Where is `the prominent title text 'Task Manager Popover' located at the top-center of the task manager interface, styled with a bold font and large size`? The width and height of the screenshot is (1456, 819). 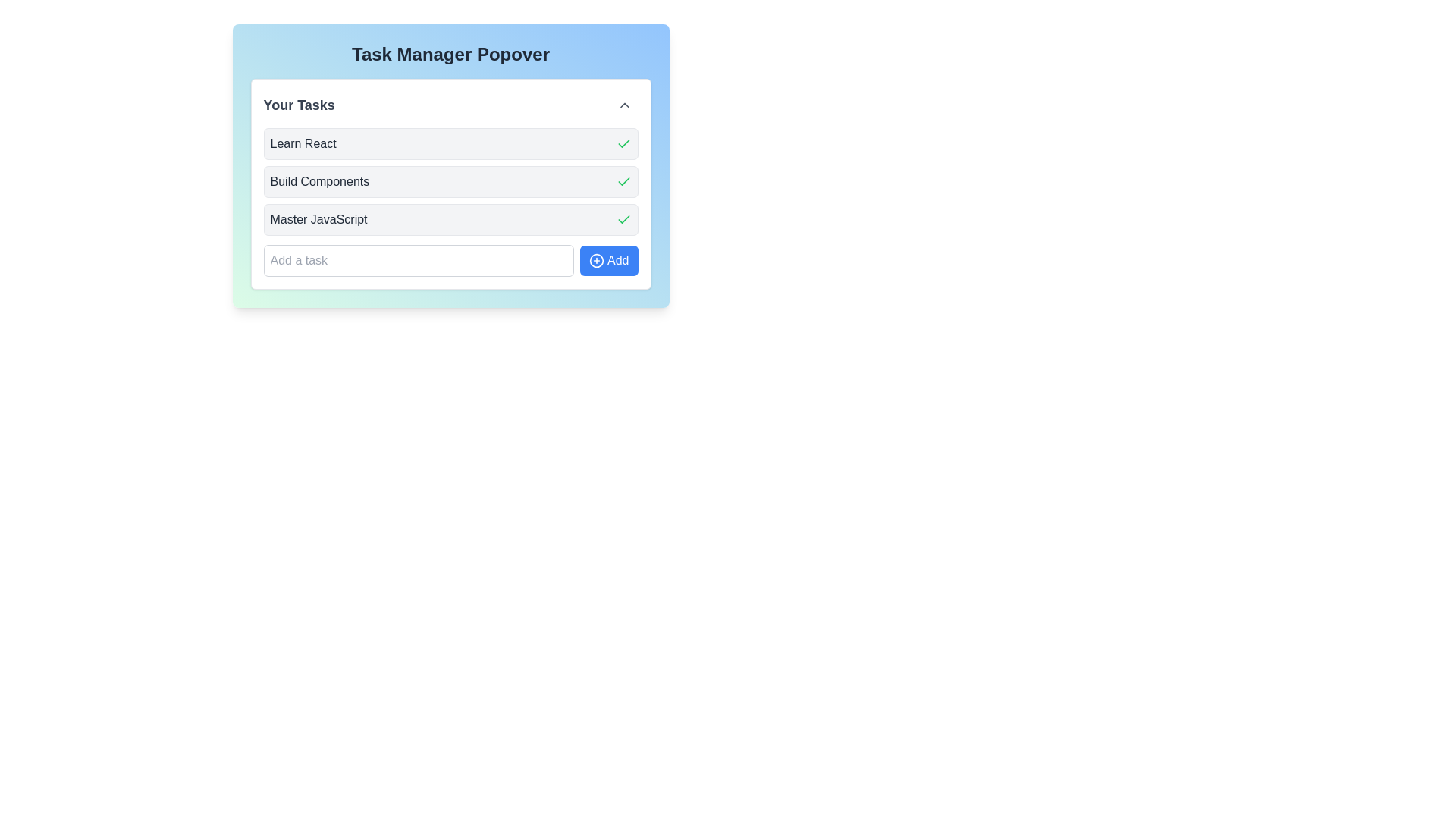 the prominent title text 'Task Manager Popover' located at the top-center of the task manager interface, styled with a bold font and large size is located at coordinates (450, 54).